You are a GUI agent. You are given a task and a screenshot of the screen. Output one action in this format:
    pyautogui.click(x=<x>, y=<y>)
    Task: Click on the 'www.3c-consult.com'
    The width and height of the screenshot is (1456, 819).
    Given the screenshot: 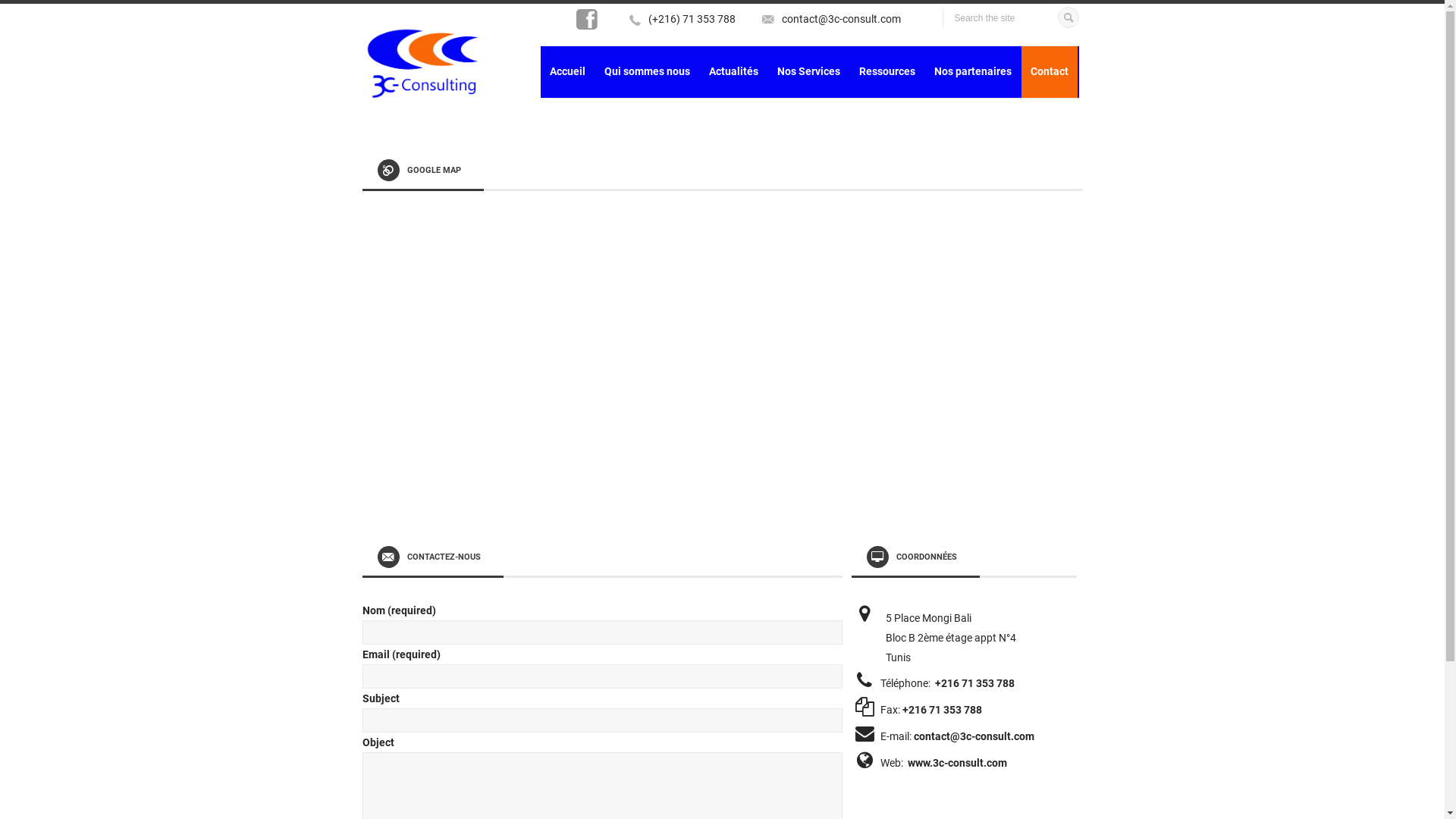 What is the action you would take?
    pyautogui.click(x=956, y=763)
    